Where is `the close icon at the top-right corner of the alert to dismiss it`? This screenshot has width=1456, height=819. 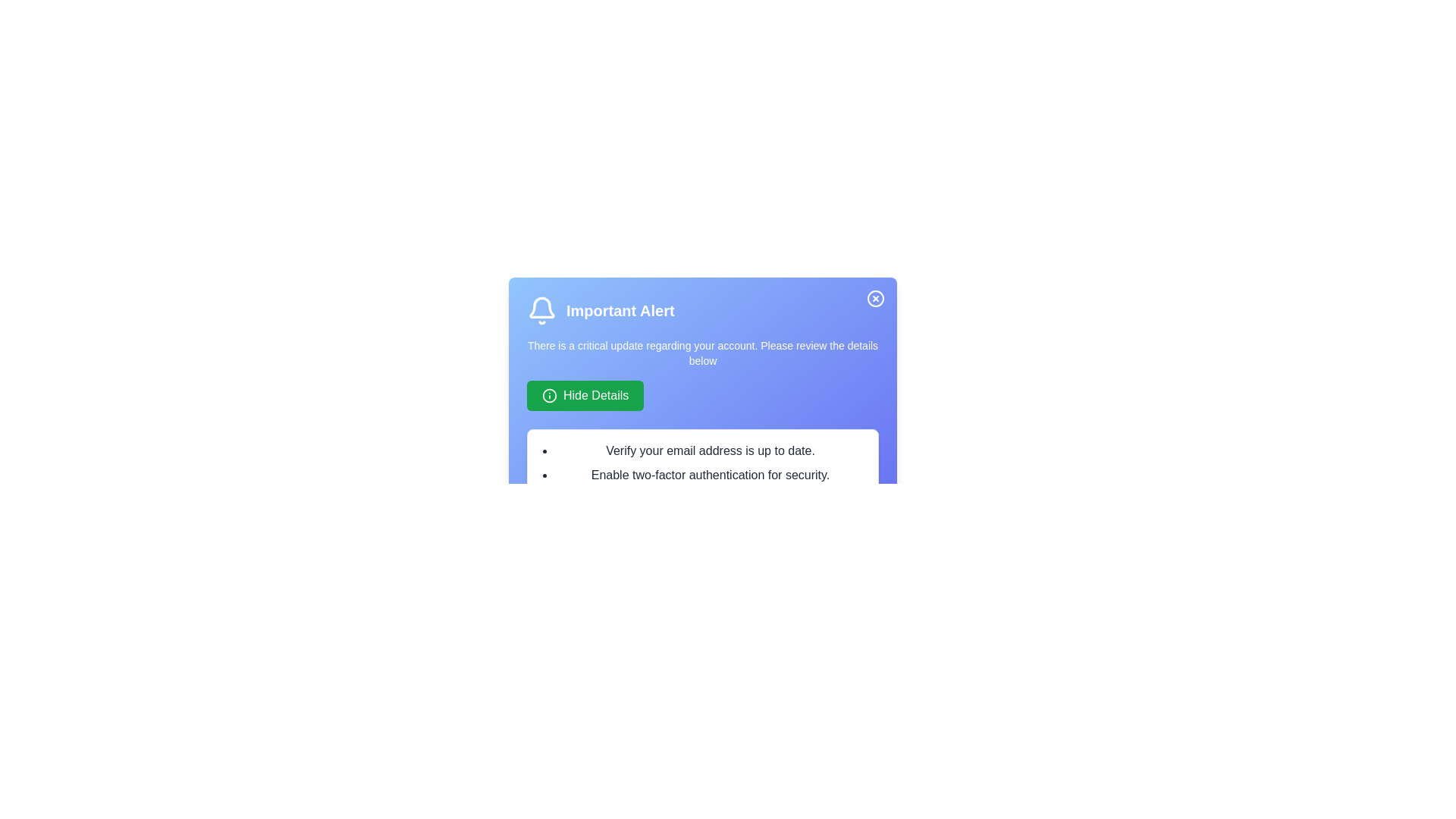
the close icon at the top-right corner of the alert to dismiss it is located at coordinates (876, 298).